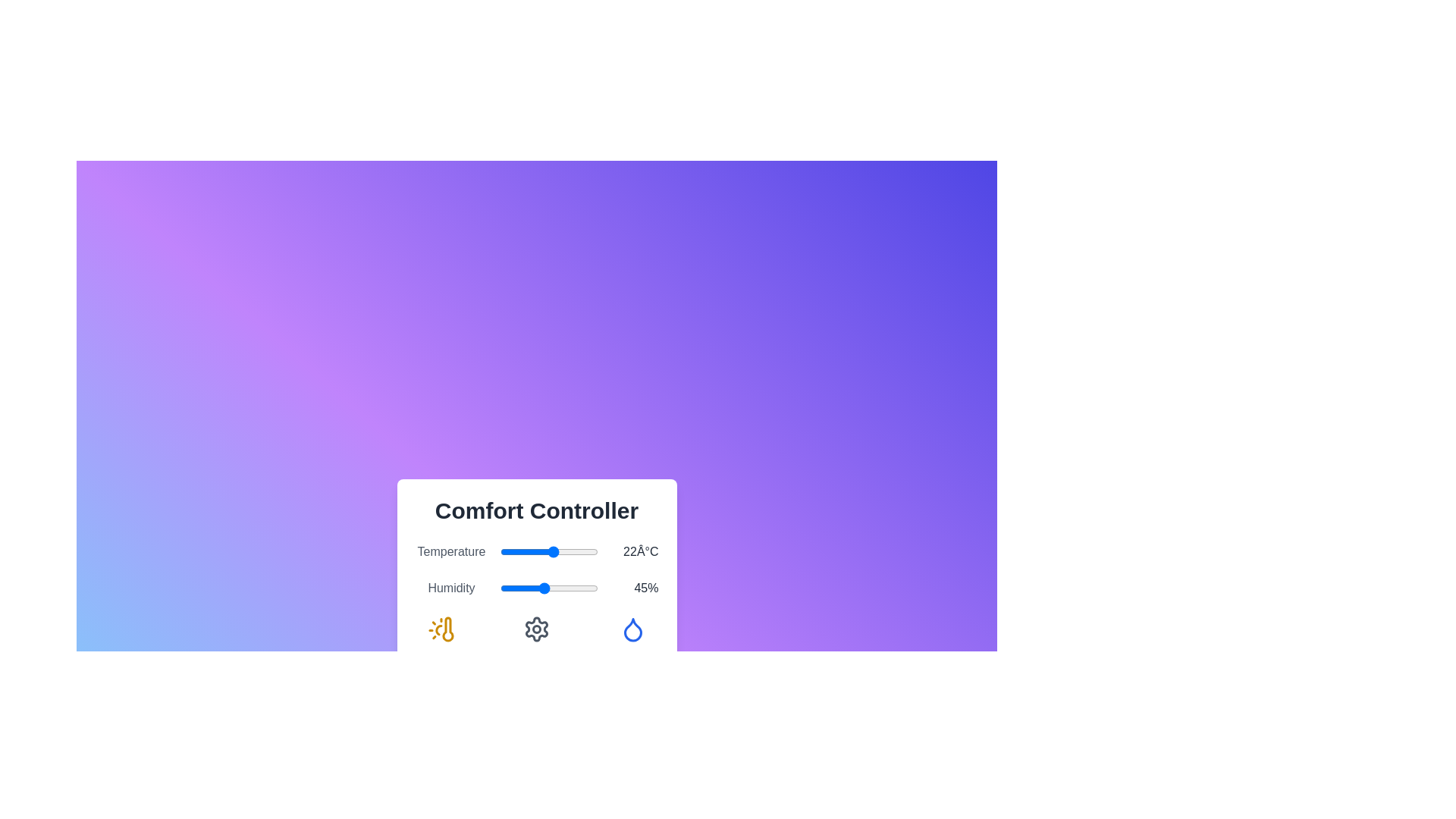  Describe the element at coordinates (500, 552) in the screenshot. I see `the temperature slider to set the temperature to 0°C` at that location.